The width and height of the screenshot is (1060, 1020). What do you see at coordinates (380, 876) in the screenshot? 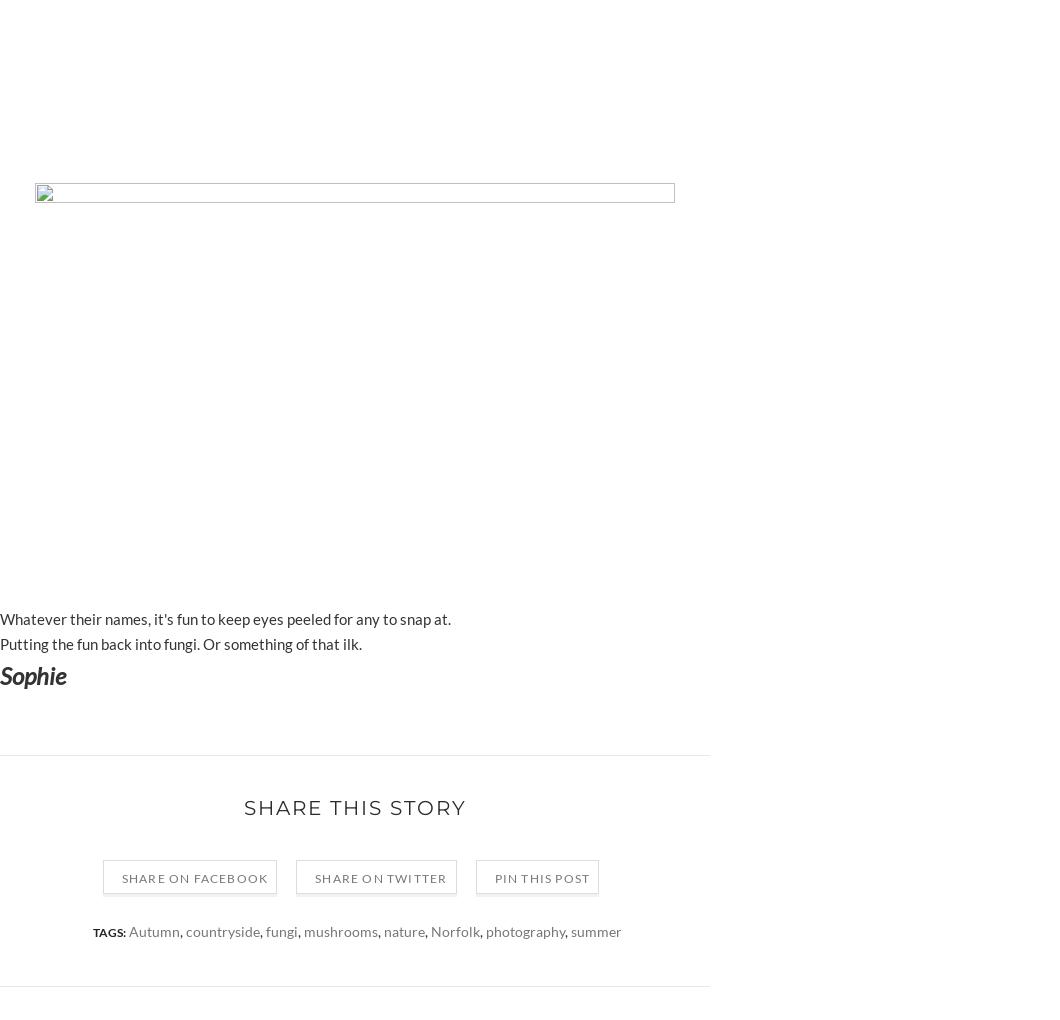
I see `'Share on Twitter'` at bounding box center [380, 876].